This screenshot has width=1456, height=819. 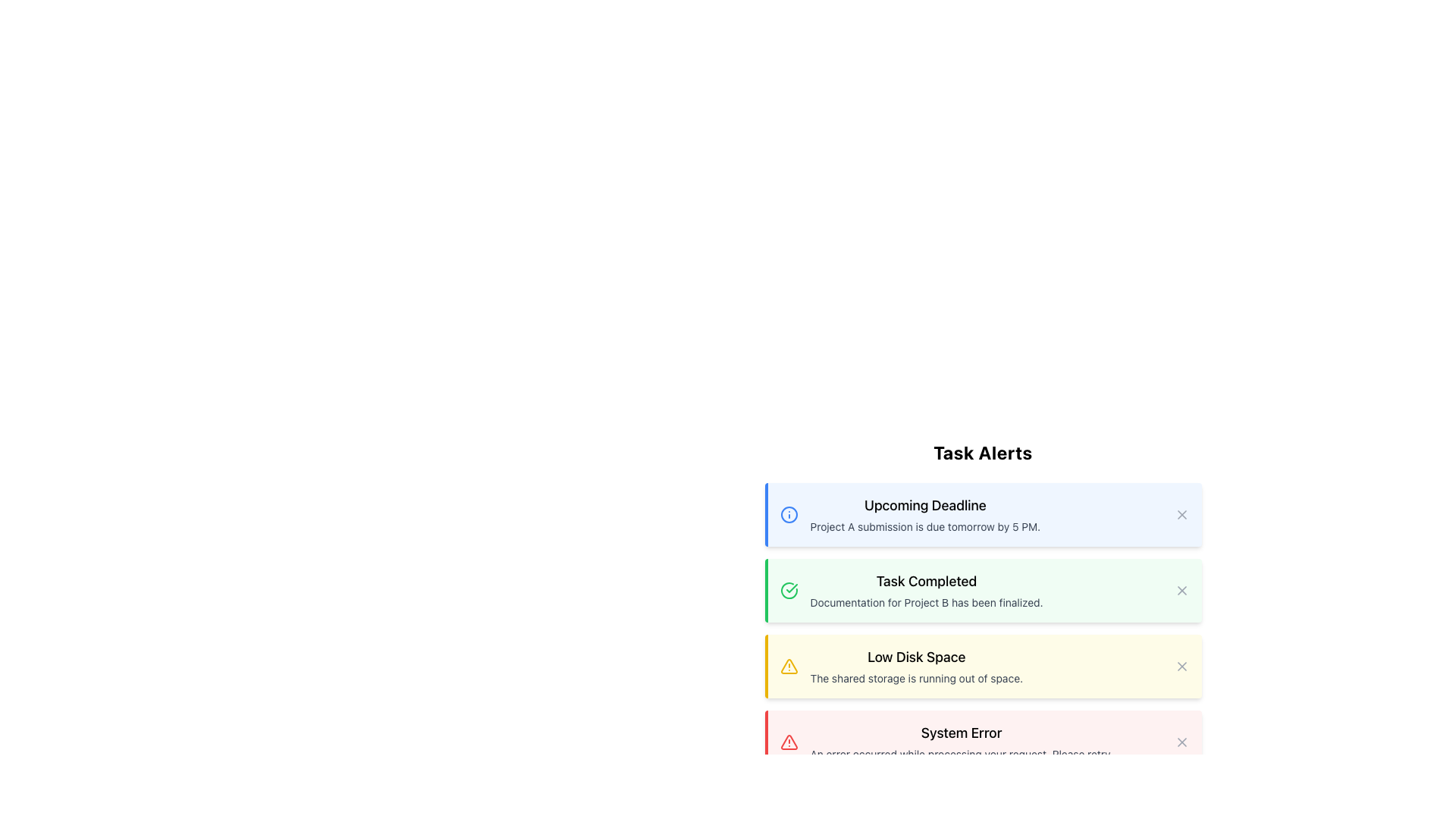 I want to click on the title text element of the low disk space notification alert, which is located in the yellow alert box, positioned below the 'Task Completed' alert and above the 'System Error' alert, so click(x=915, y=657).